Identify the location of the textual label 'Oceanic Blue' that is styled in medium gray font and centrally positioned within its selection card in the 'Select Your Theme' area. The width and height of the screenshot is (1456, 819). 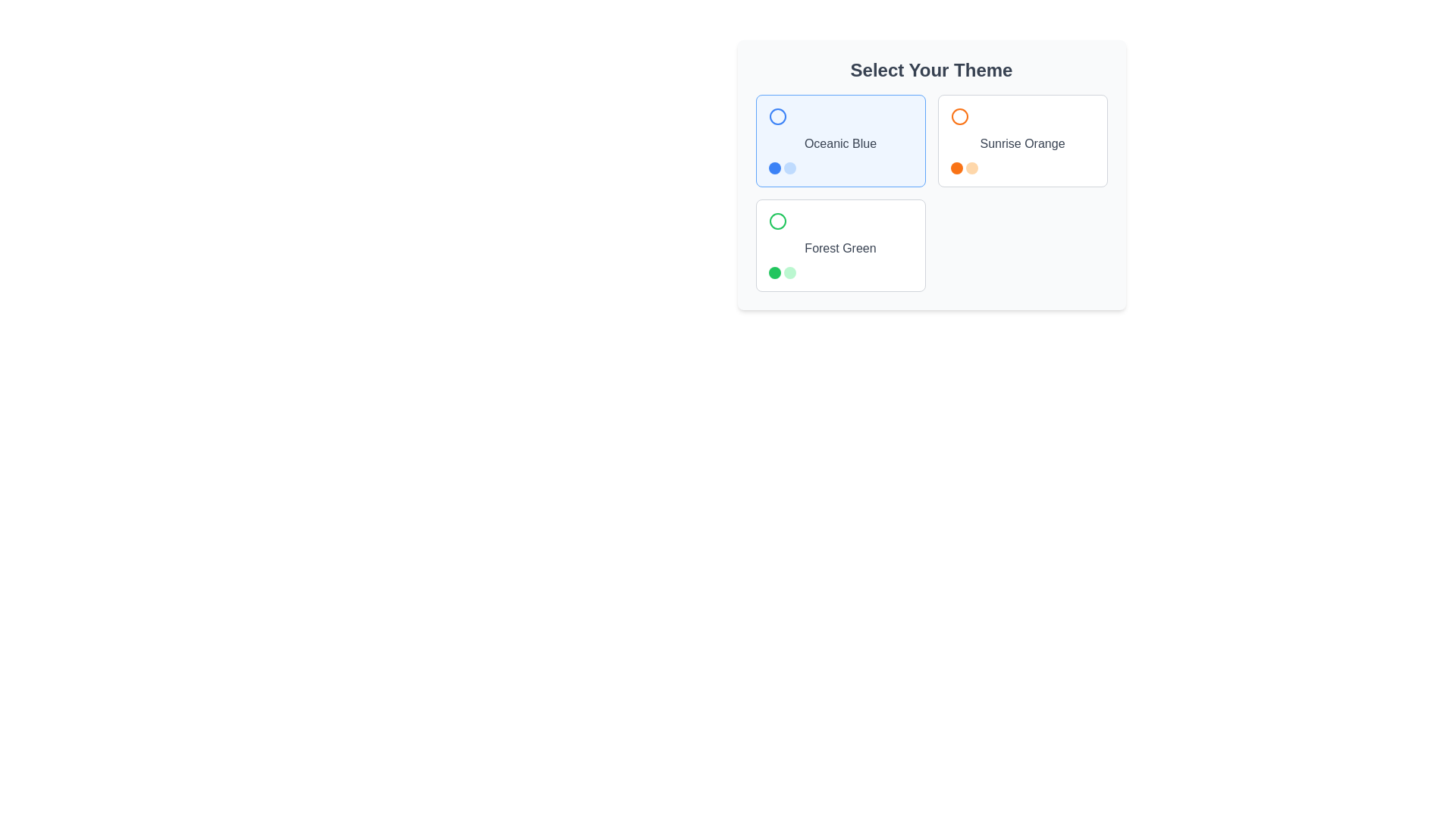
(839, 143).